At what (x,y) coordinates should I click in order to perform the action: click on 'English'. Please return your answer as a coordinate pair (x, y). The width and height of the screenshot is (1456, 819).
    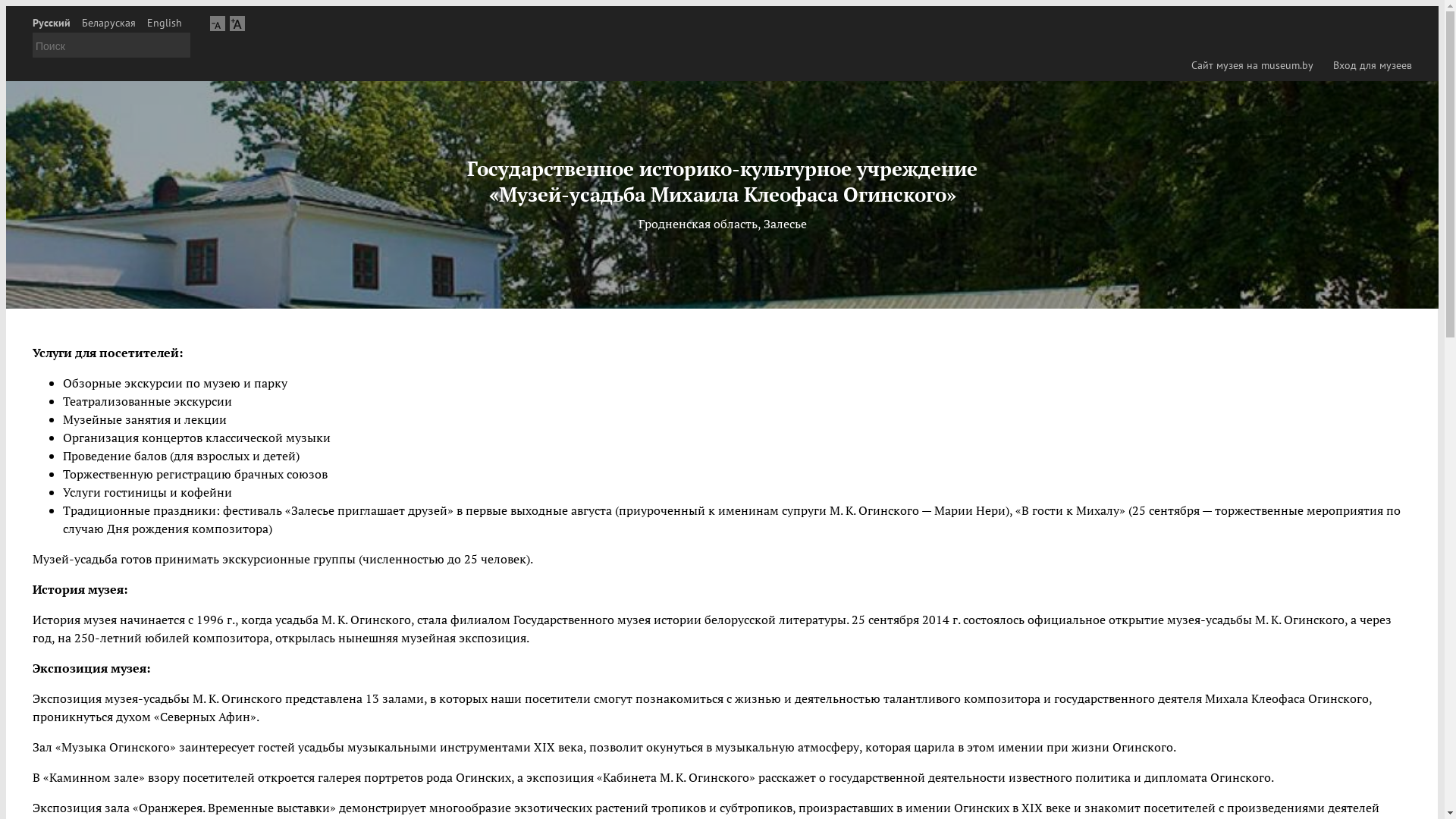
    Looking at the image, I should click on (164, 23).